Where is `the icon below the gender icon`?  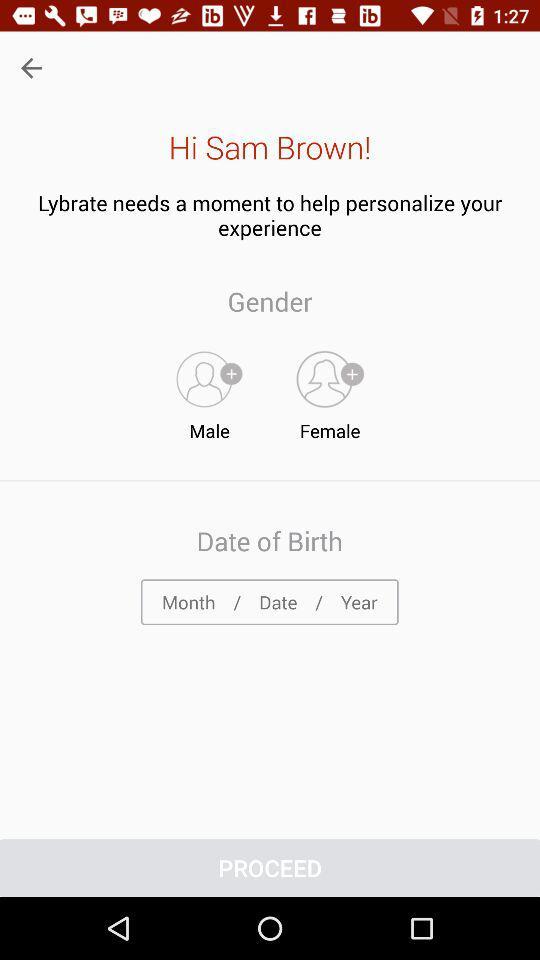
the icon below the gender icon is located at coordinates (330, 390).